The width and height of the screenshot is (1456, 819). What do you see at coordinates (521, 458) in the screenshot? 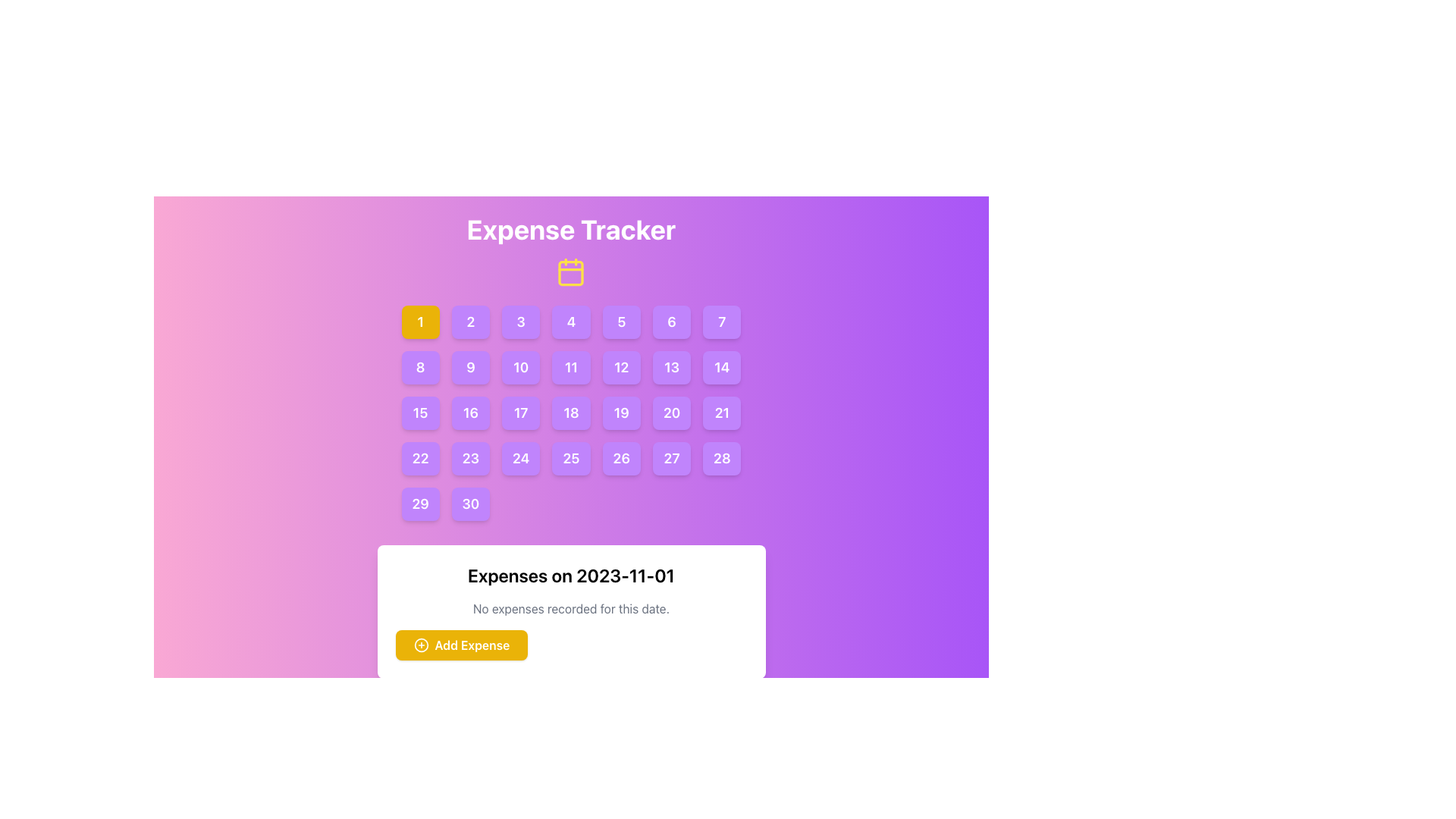
I see `the button corresponding to the 24th day of the month in the calendar interface` at bounding box center [521, 458].